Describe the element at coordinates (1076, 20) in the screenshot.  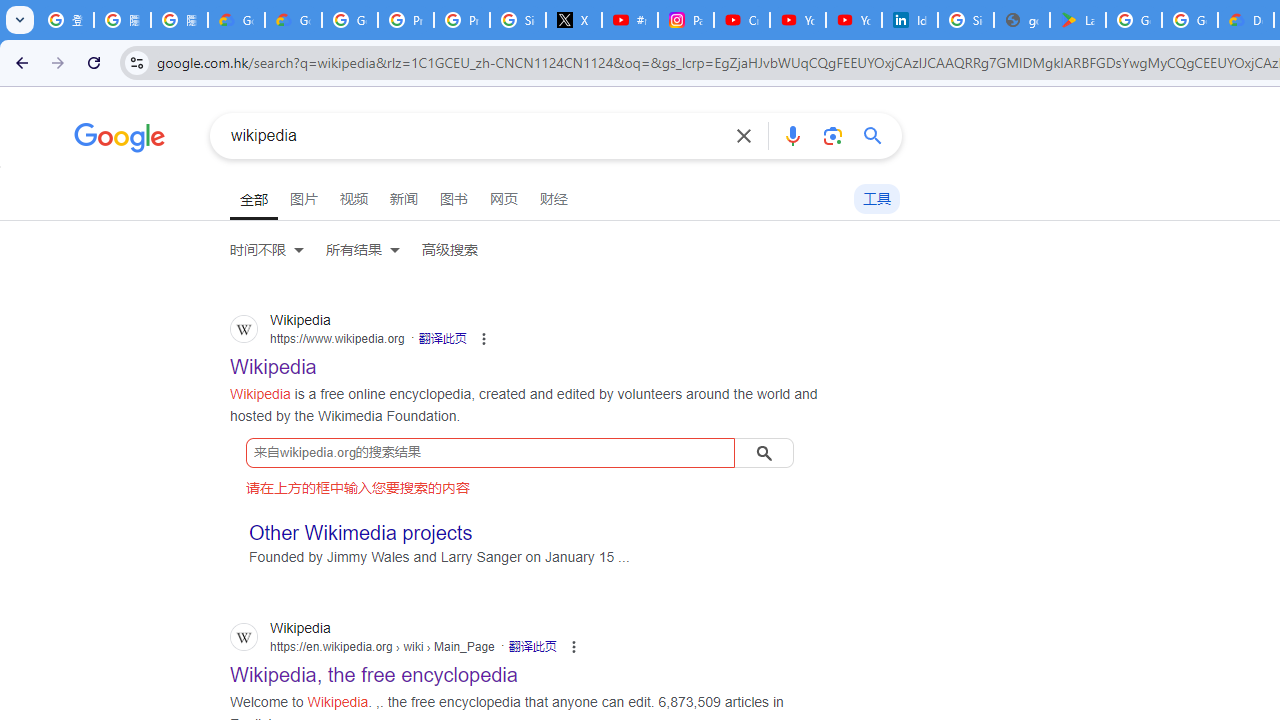
I see `'Last Shelter: Survival - Apps on Google Play'` at that location.